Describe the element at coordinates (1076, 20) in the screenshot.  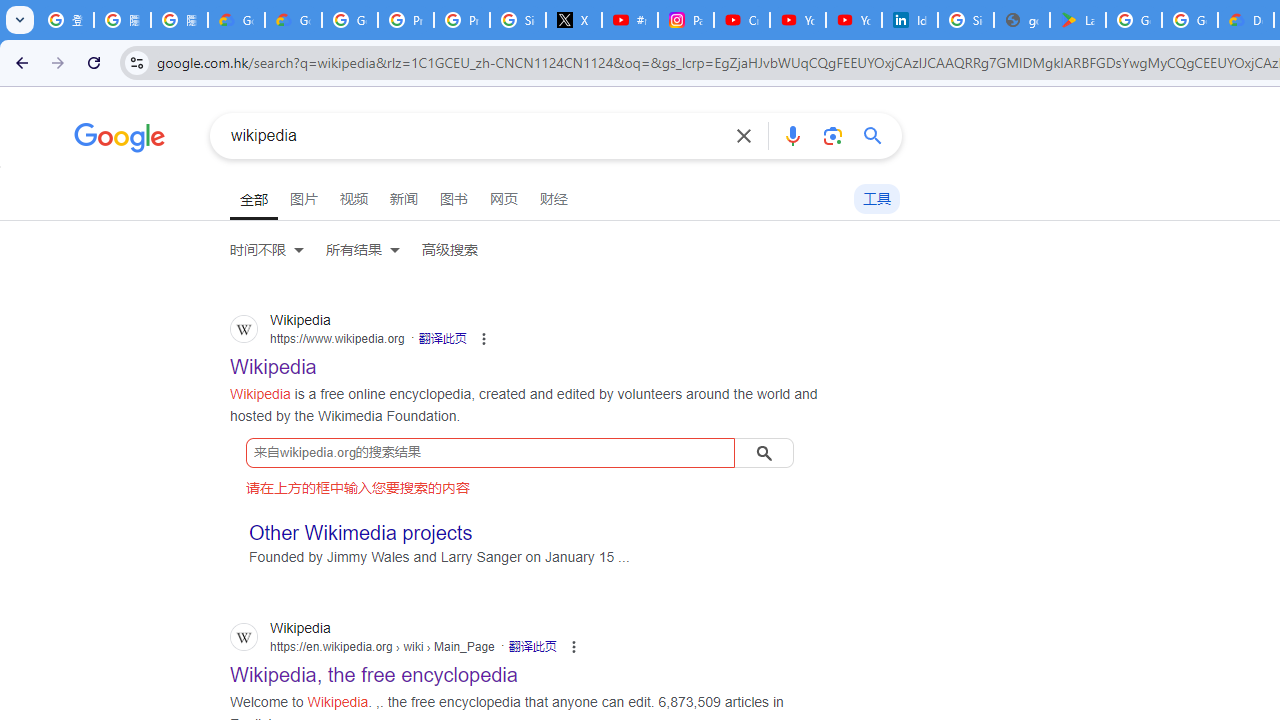
I see `'Last Shelter: Survival - Apps on Google Play'` at that location.